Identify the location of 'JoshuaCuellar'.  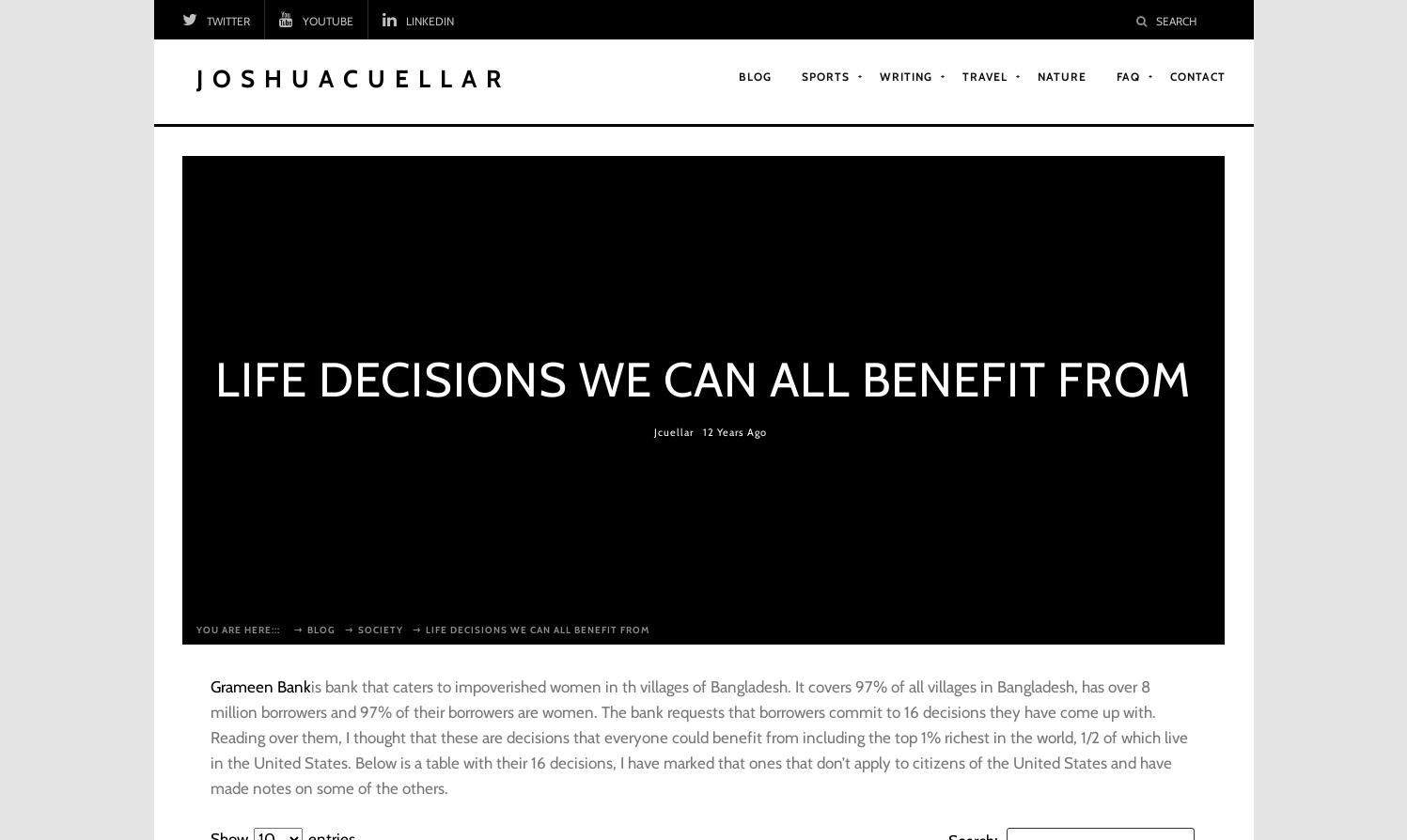
(351, 79).